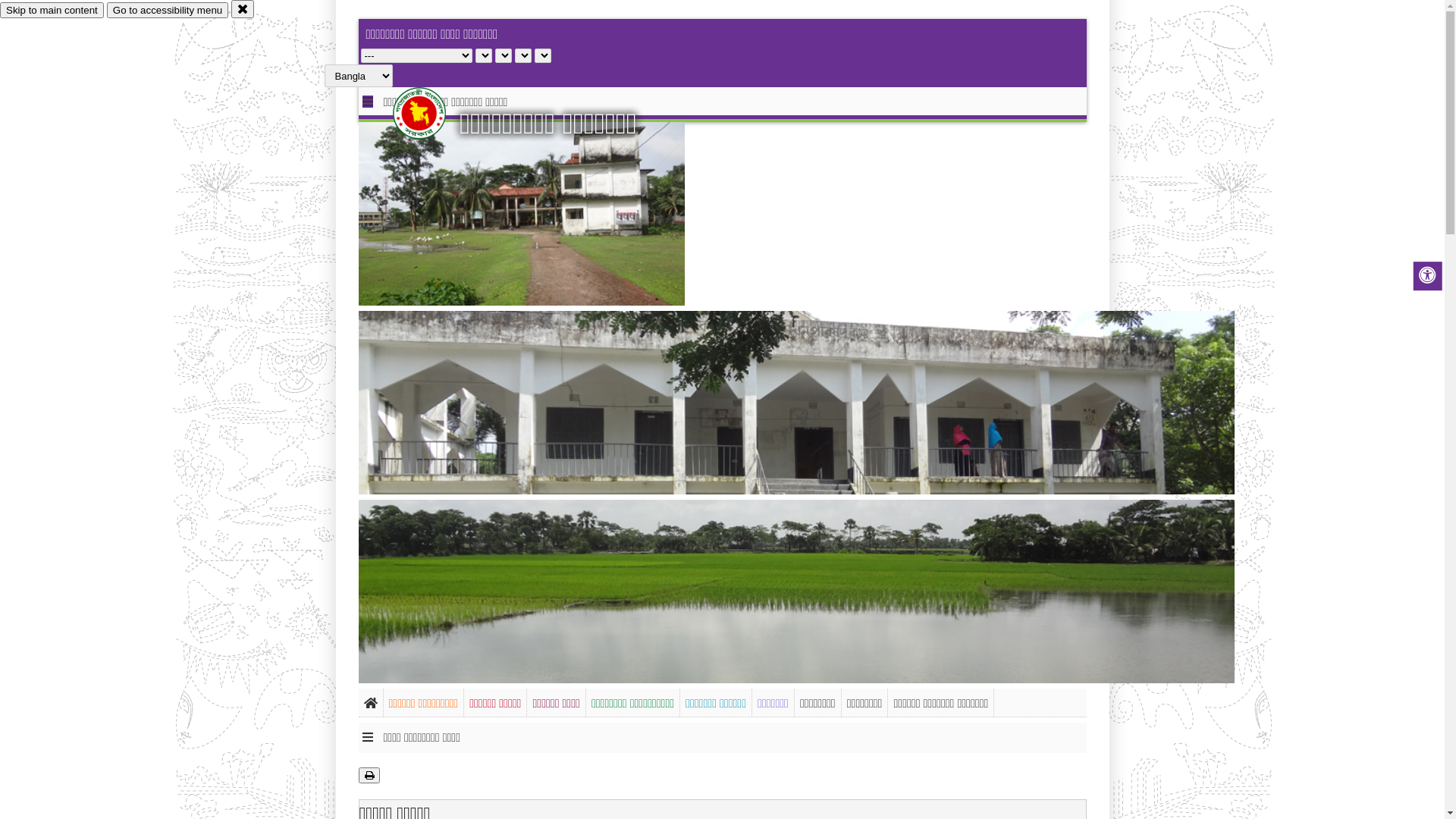 This screenshot has height=819, width=1456. Describe the element at coordinates (431, 112) in the screenshot. I see `'` at that location.